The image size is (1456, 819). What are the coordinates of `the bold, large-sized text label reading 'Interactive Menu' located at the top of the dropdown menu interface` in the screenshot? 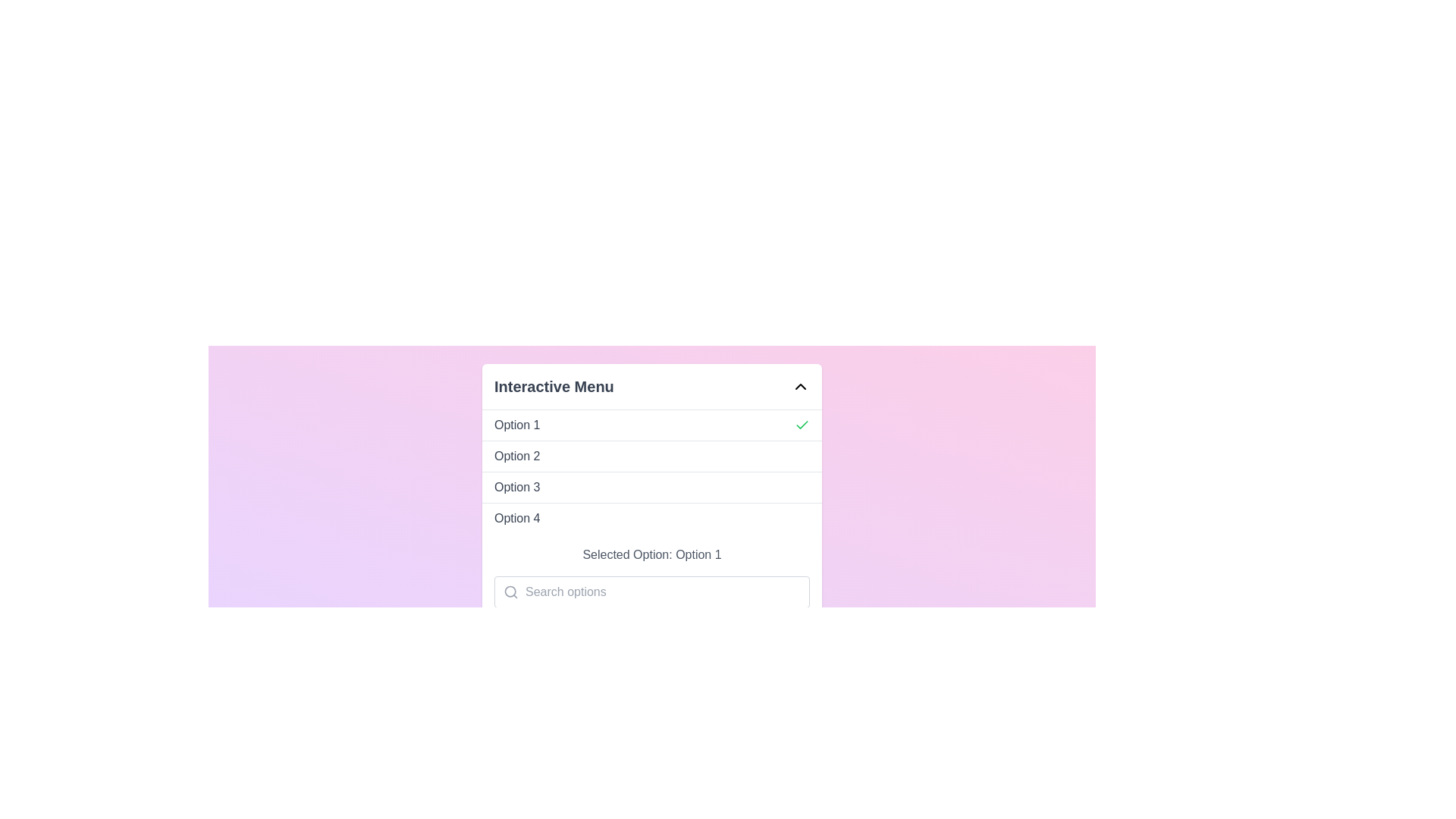 It's located at (553, 385).